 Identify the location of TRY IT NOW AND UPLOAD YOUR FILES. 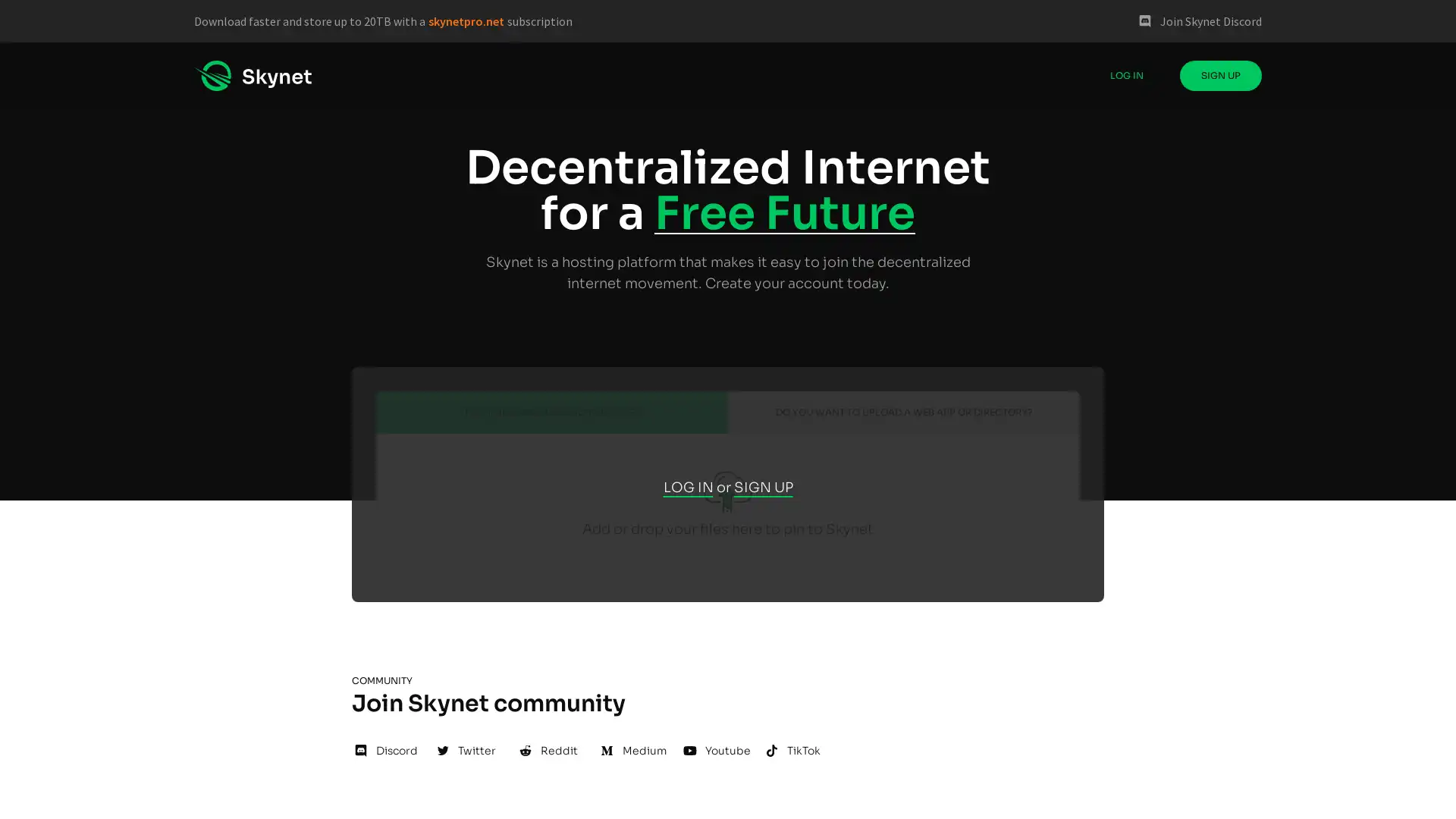
(551, 412).